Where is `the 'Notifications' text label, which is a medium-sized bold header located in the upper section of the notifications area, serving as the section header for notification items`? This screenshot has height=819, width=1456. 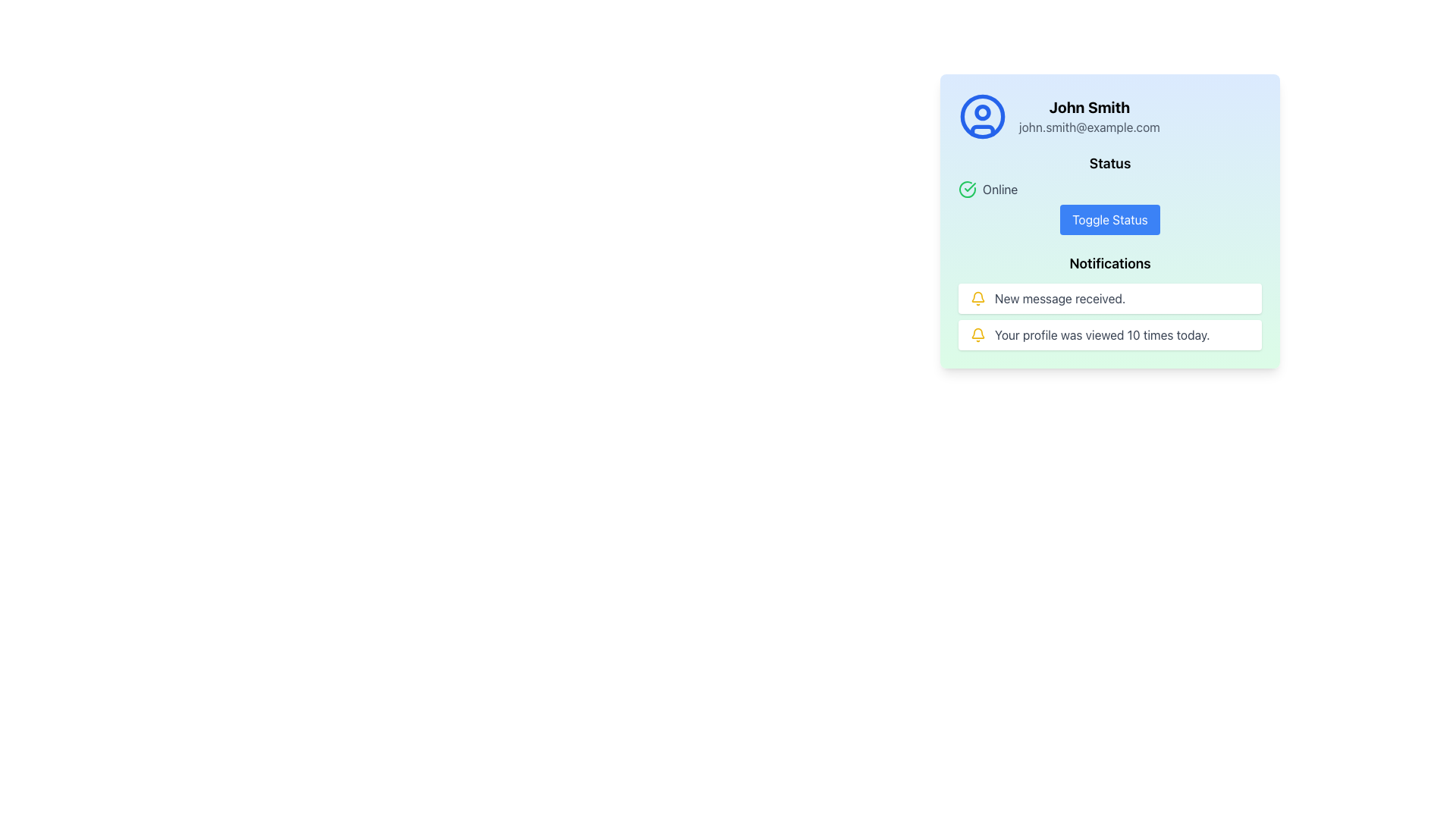
the 'Notifications' text label, which is a medium-sized bold header located in the upper section of the notifications area, serving as the section header for notification items is located at coordinates (1110, 262).